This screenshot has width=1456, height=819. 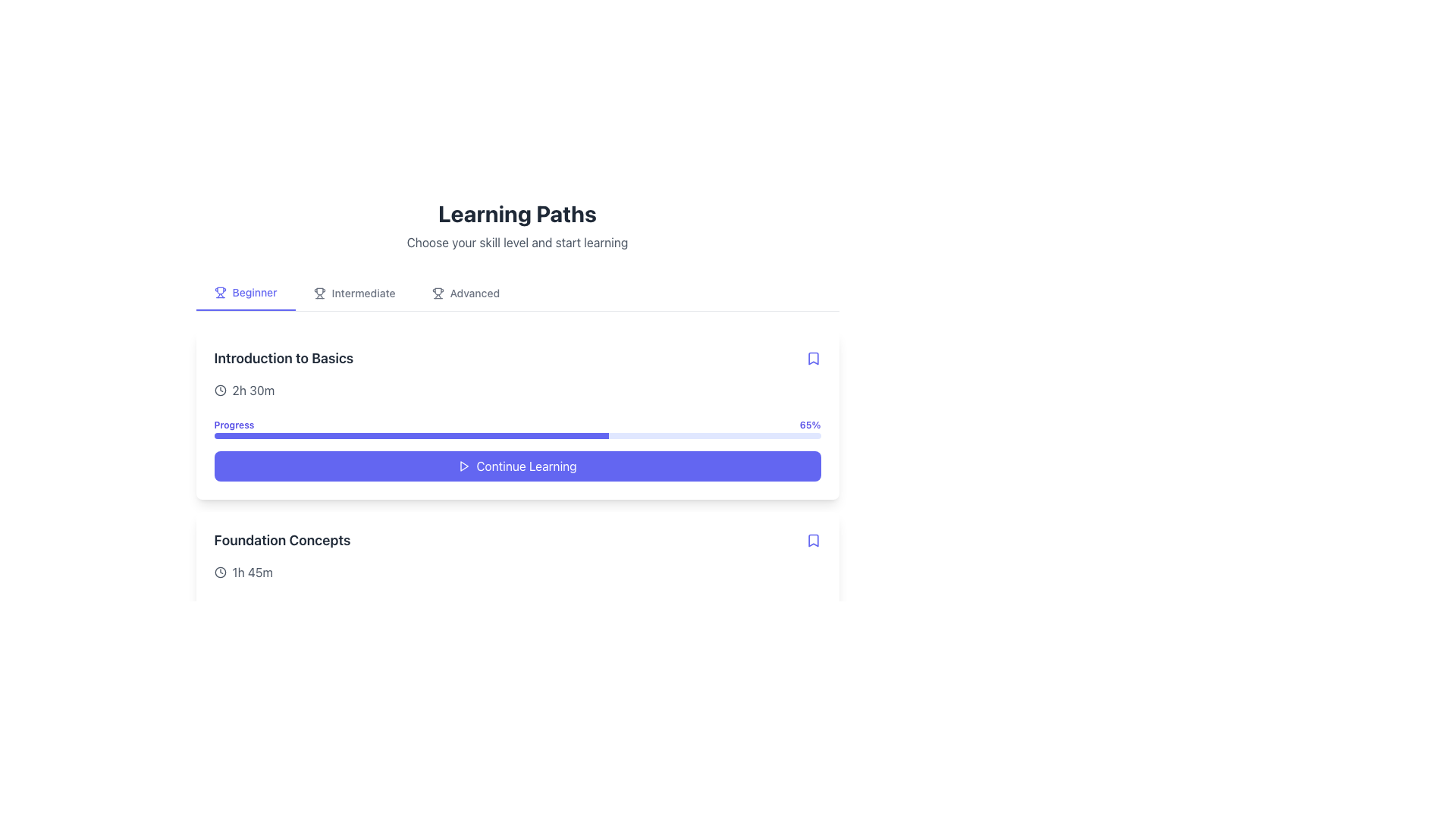 I want to click on the 'Continue' button for the 'Introduction to Basics' course, so click(x=517, y=465).